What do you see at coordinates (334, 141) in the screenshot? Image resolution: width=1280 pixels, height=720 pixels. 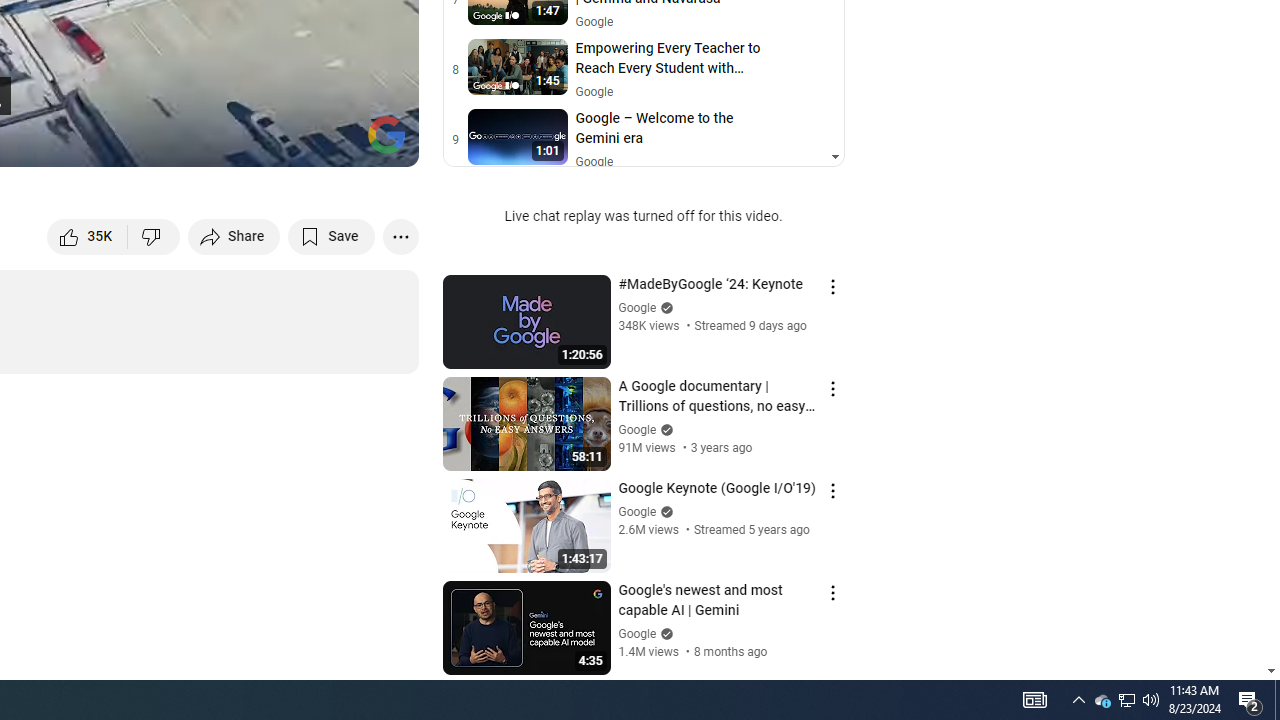 I see `'Theater mode (t)'` at bounding box center [334, 141].